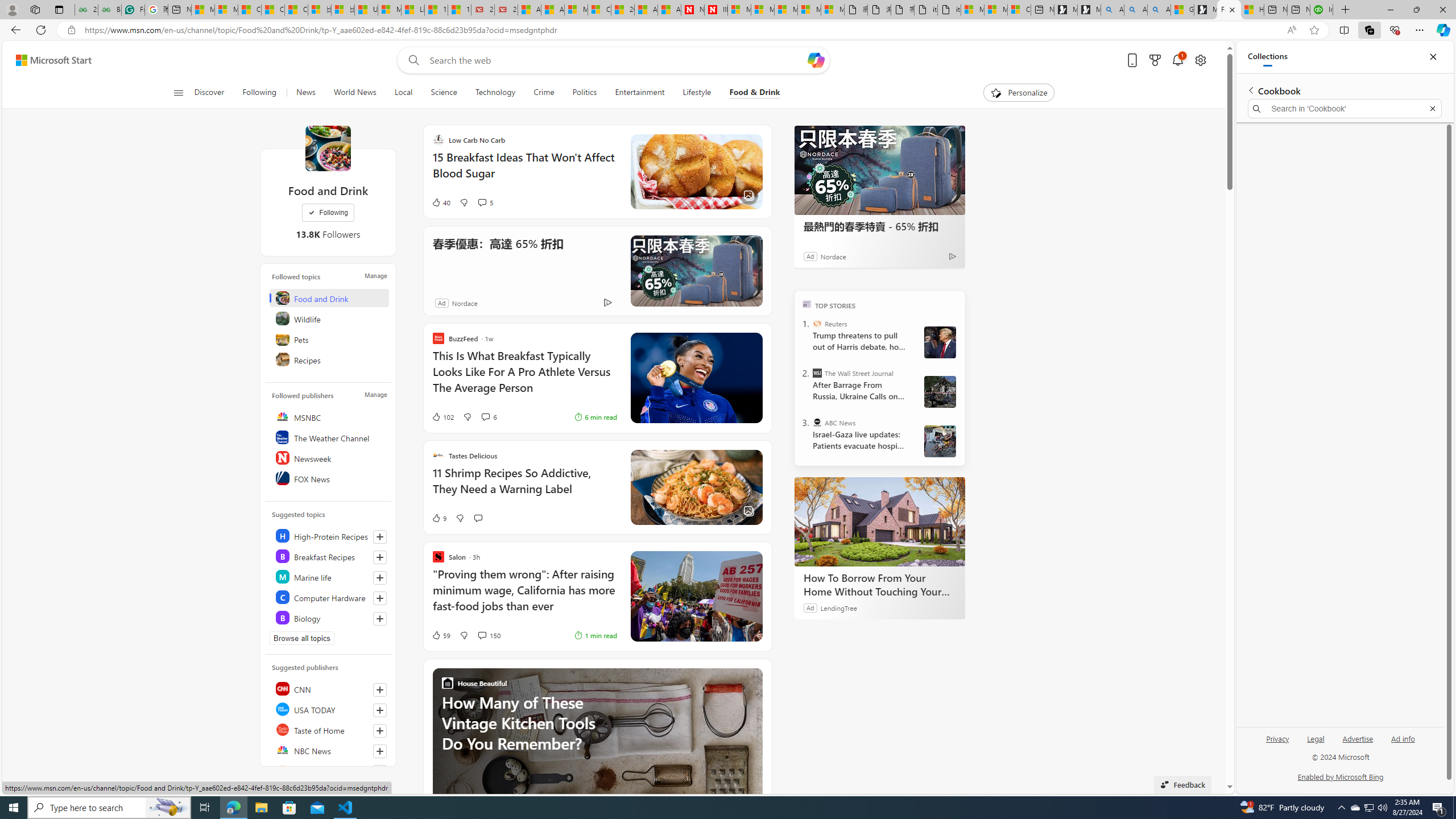 This screenshot has width=1456, height=819. I want to click on '40 Like', so click(440, 202).